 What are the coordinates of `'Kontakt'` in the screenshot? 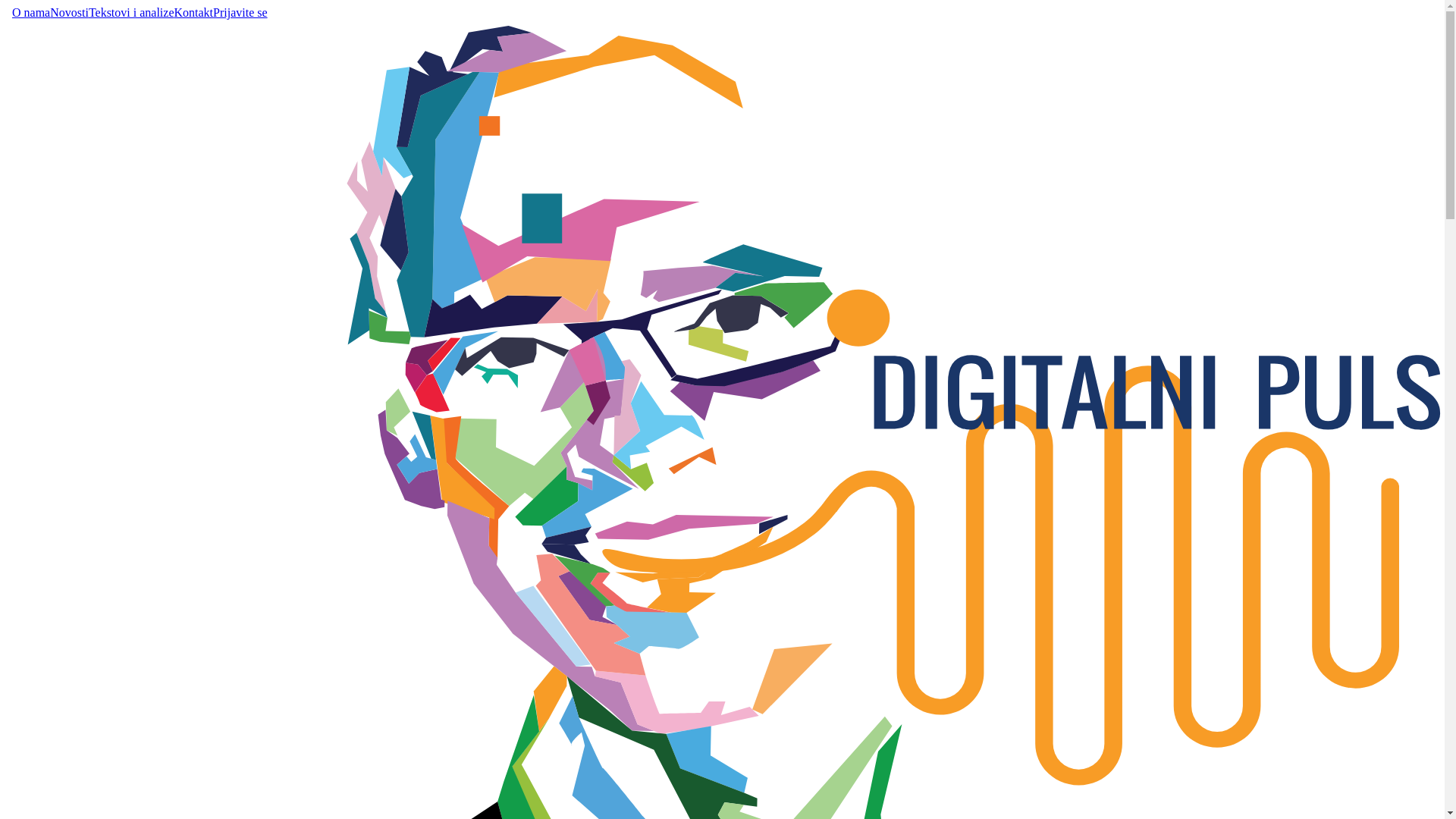 It's located at (193, 12).